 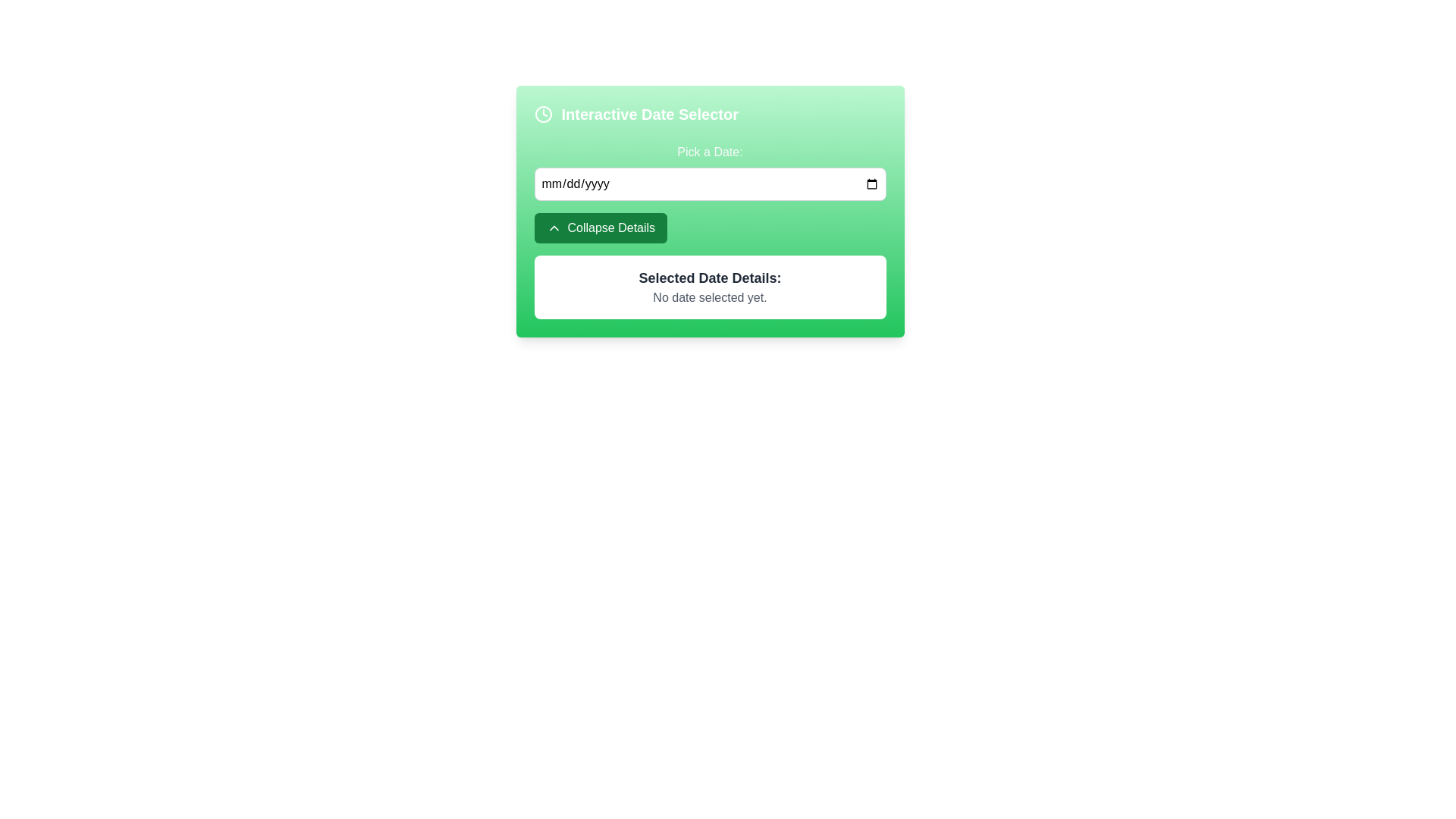 I want to click on the 'Collapse Details' button, which has a green background, white text, and an upward-facing chevron icon, located below the date input field, so click(x=600, y=227).